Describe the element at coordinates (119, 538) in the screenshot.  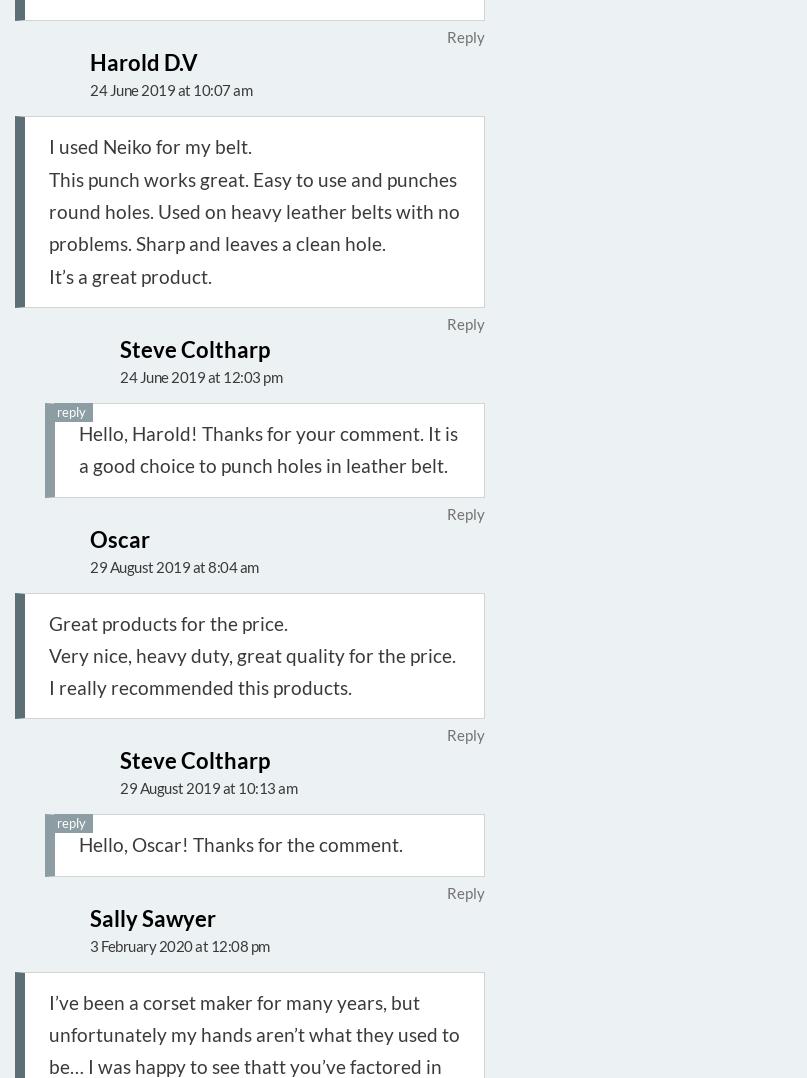
I see `'Oscar'` at that location.